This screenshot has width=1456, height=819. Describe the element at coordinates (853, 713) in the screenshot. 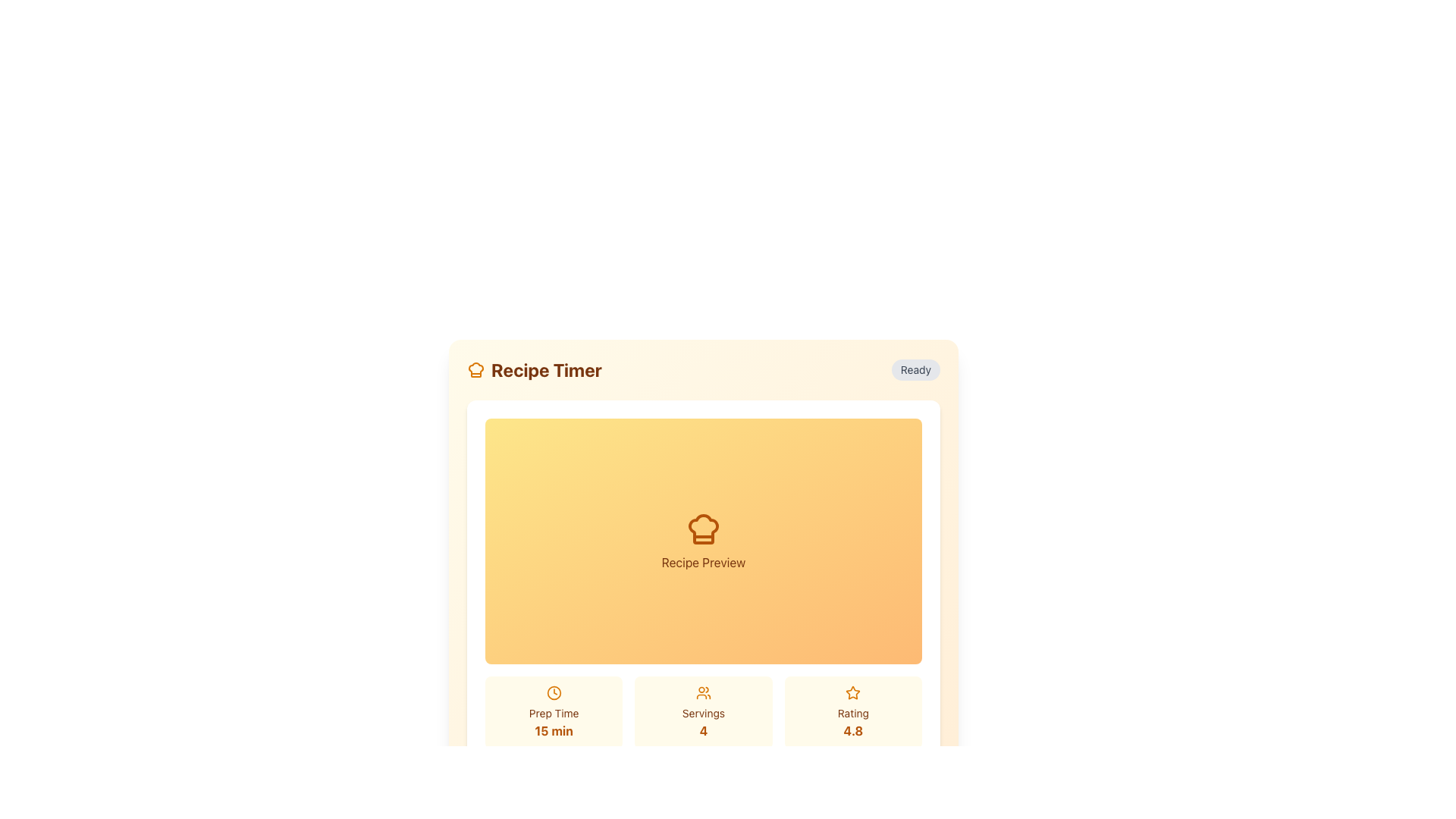

I see `the text label that describes the rating displayed beneath it, which is positioned above the '4.8' text and below an amber-colored star icon in the bottom-right corner of the card-like component` at that location.